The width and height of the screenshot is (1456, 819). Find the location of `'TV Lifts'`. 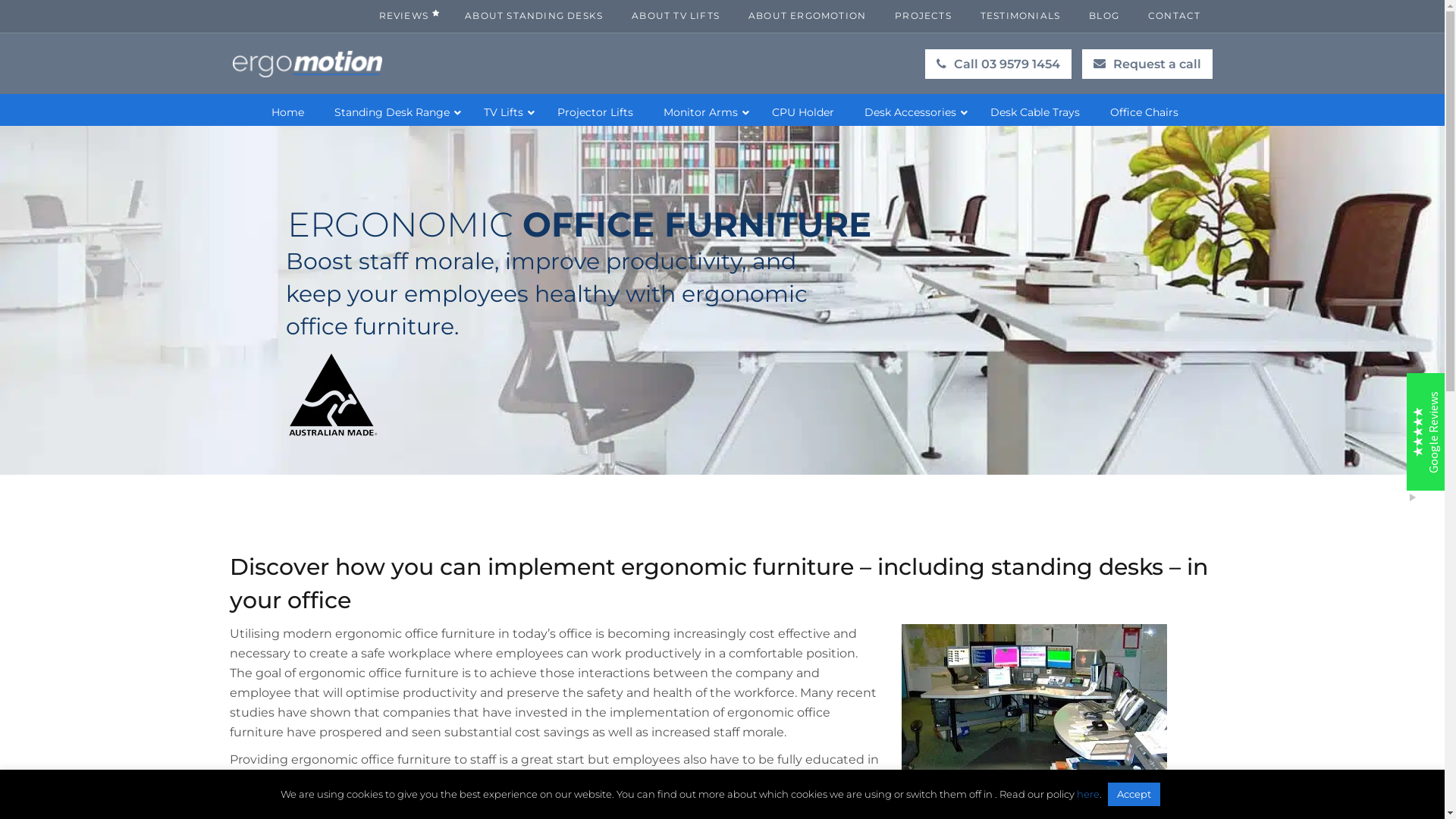

'TV Lifts' is located at coordinates (505, 111).